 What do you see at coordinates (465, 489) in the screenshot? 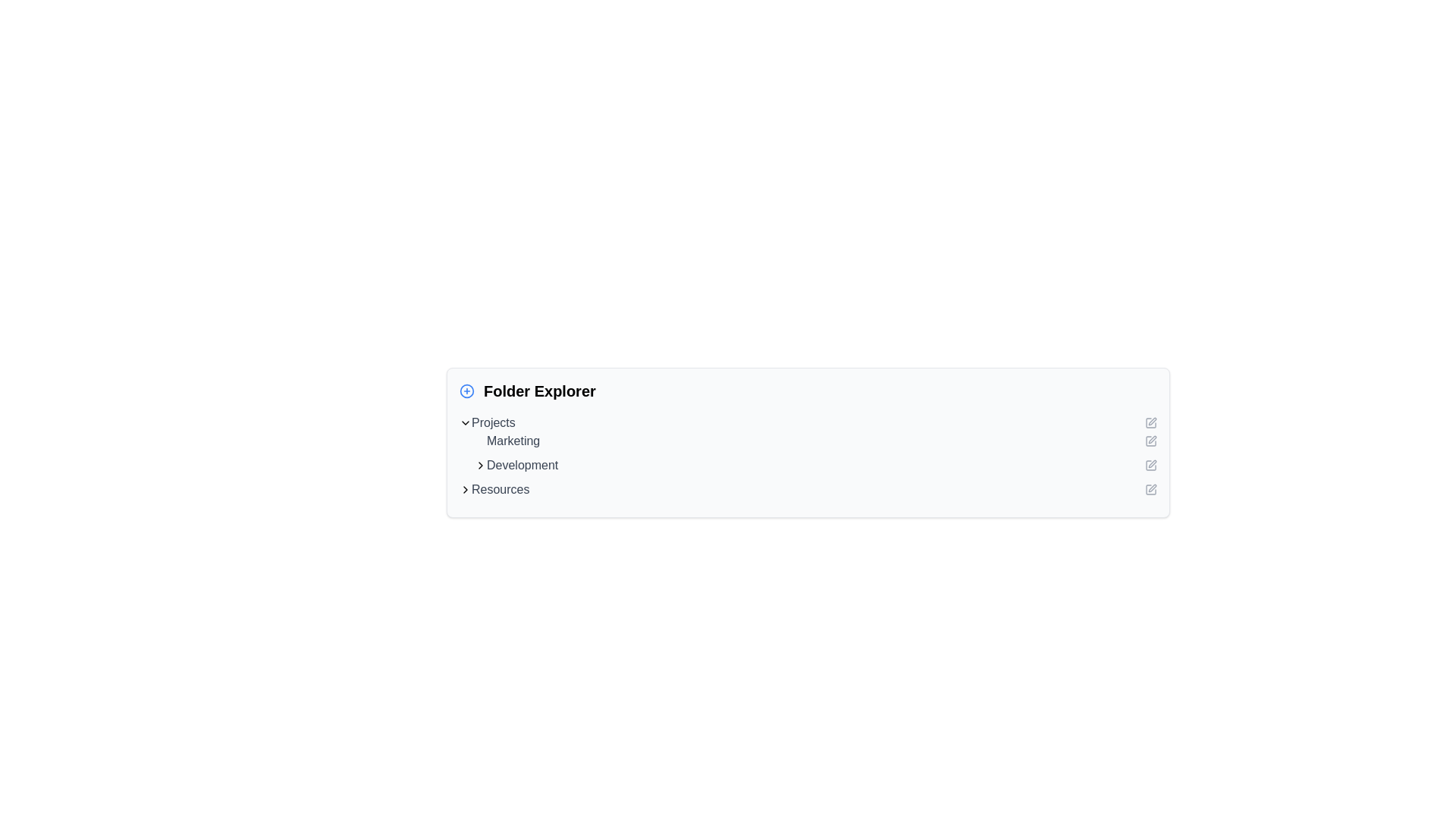
I see `the Chevron navigation icon located to the left of the 'Resources' label` at bounding box center [465, 489].